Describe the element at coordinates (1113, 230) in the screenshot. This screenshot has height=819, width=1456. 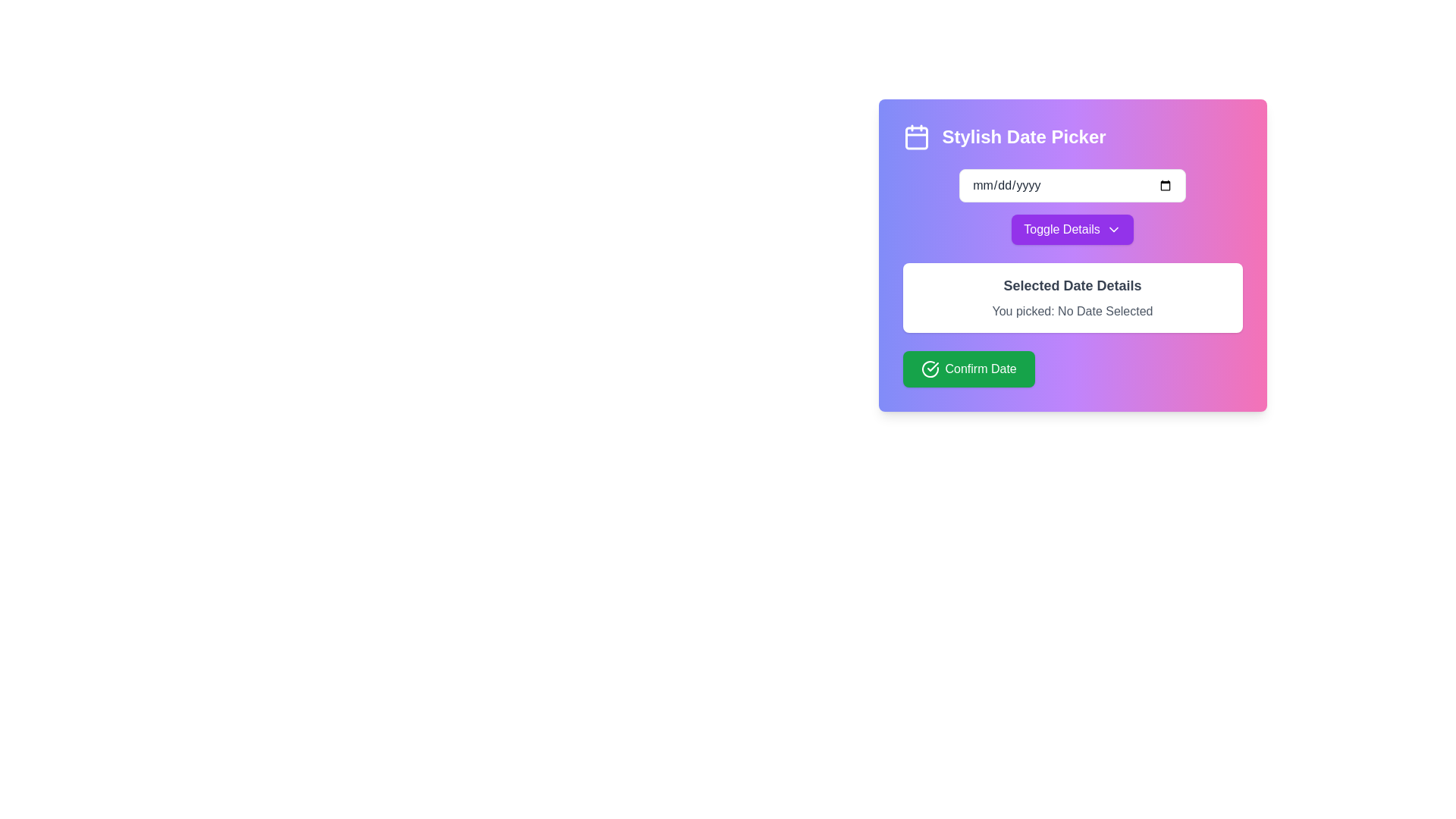
I see `the small downward-pointing chevron icon, which is outlined in vibrant purple and located to the right of the 'Toggle Details' button text in the Stylish Date Picker interface` at that location.